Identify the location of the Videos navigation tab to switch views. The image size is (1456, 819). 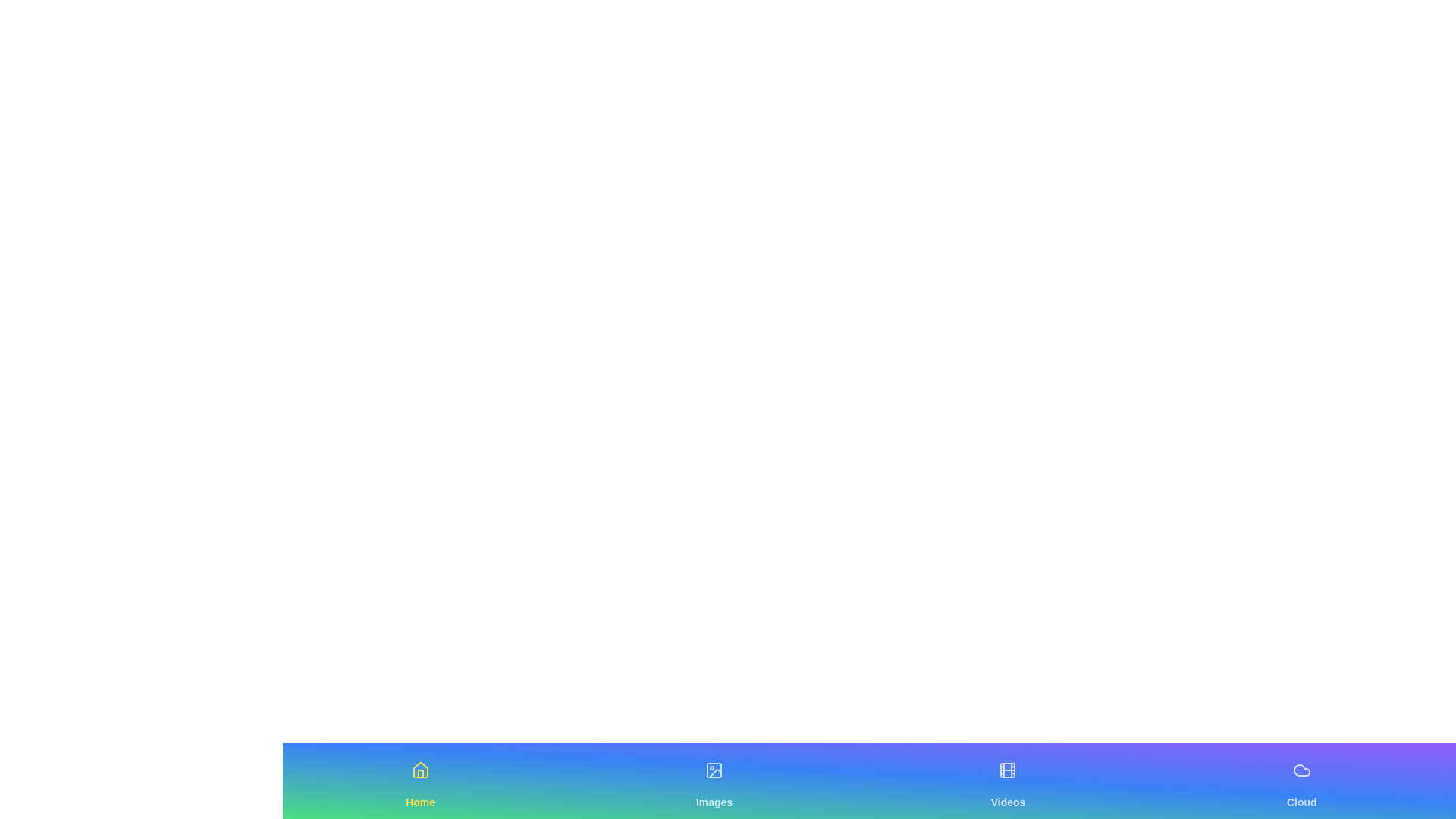
(1008, 780).